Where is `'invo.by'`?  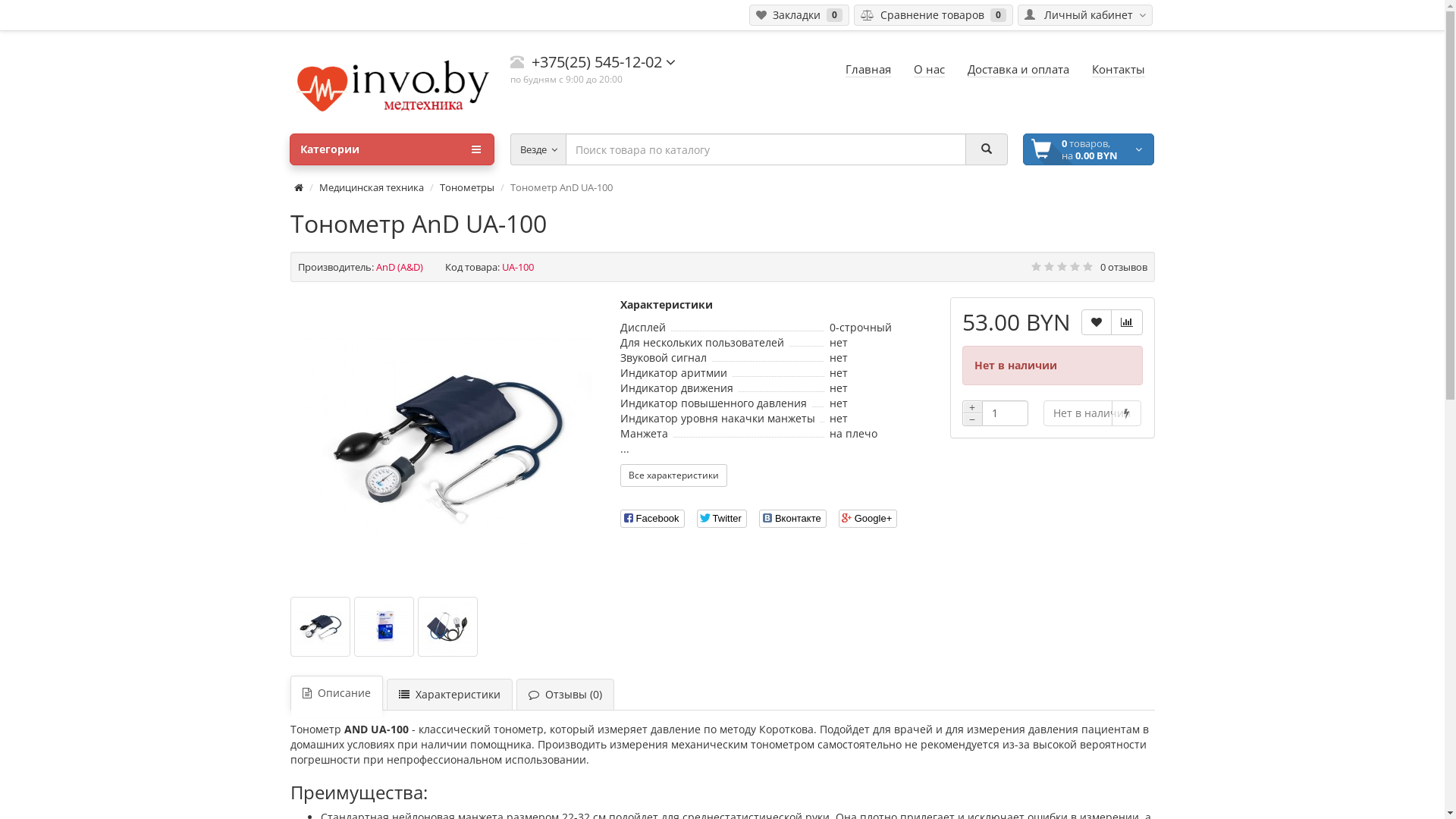
'invo.by' is located at coordinates (290, 82).